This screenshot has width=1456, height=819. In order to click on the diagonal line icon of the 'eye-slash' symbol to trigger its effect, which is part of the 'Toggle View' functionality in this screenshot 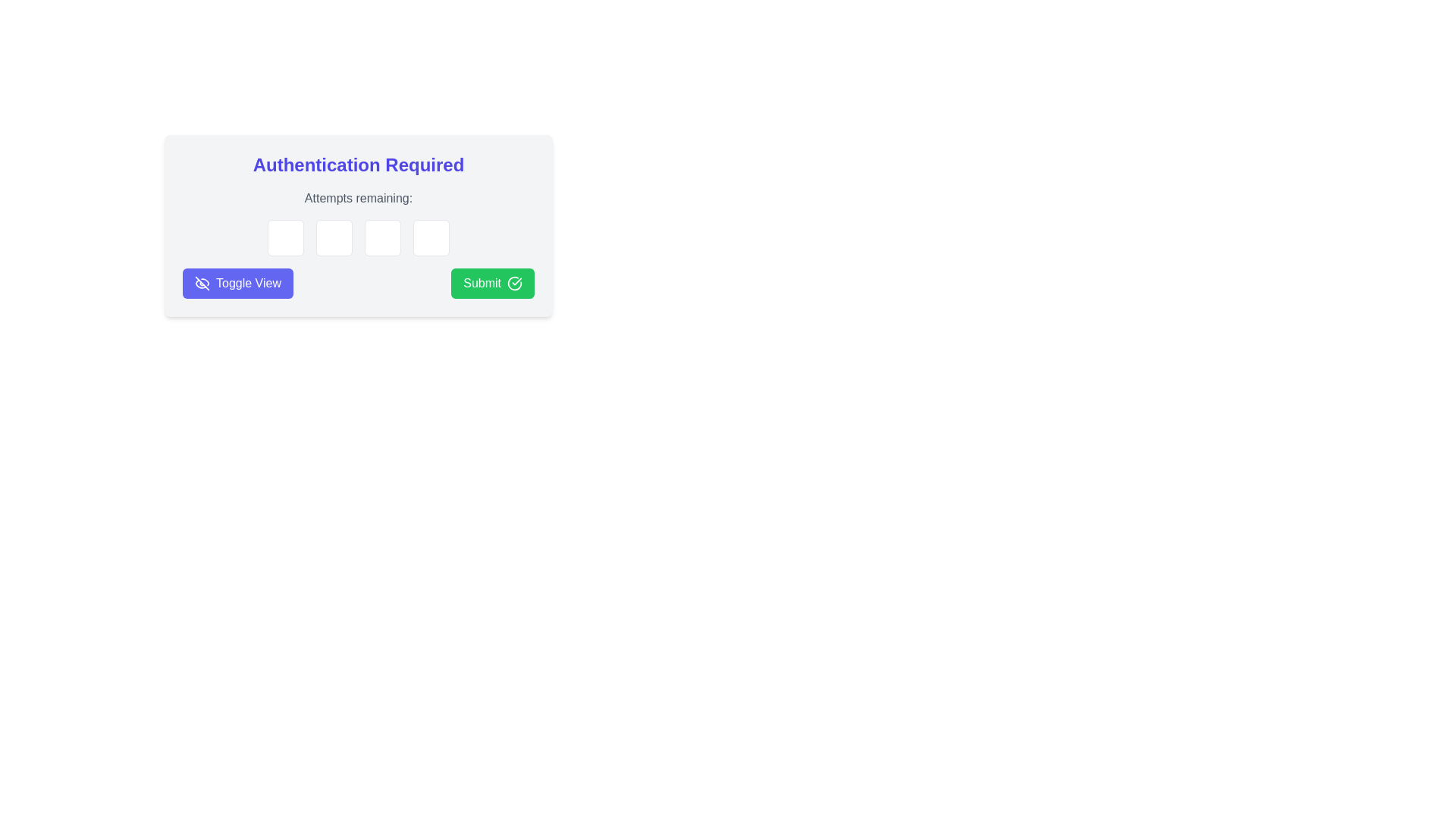, I will do `click(202, 284)`.